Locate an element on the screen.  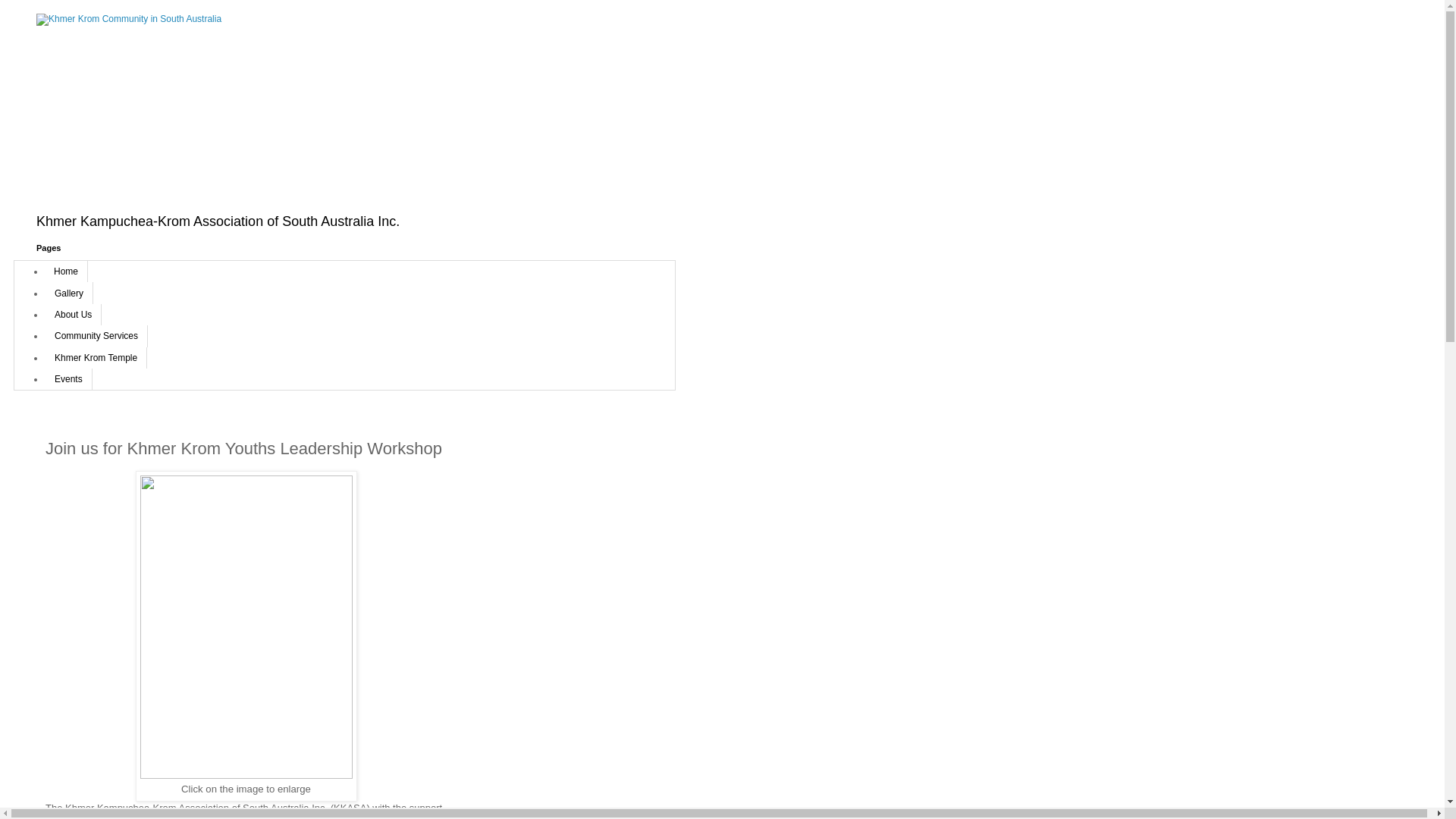
'Events' is located at coordinates (67, 378).